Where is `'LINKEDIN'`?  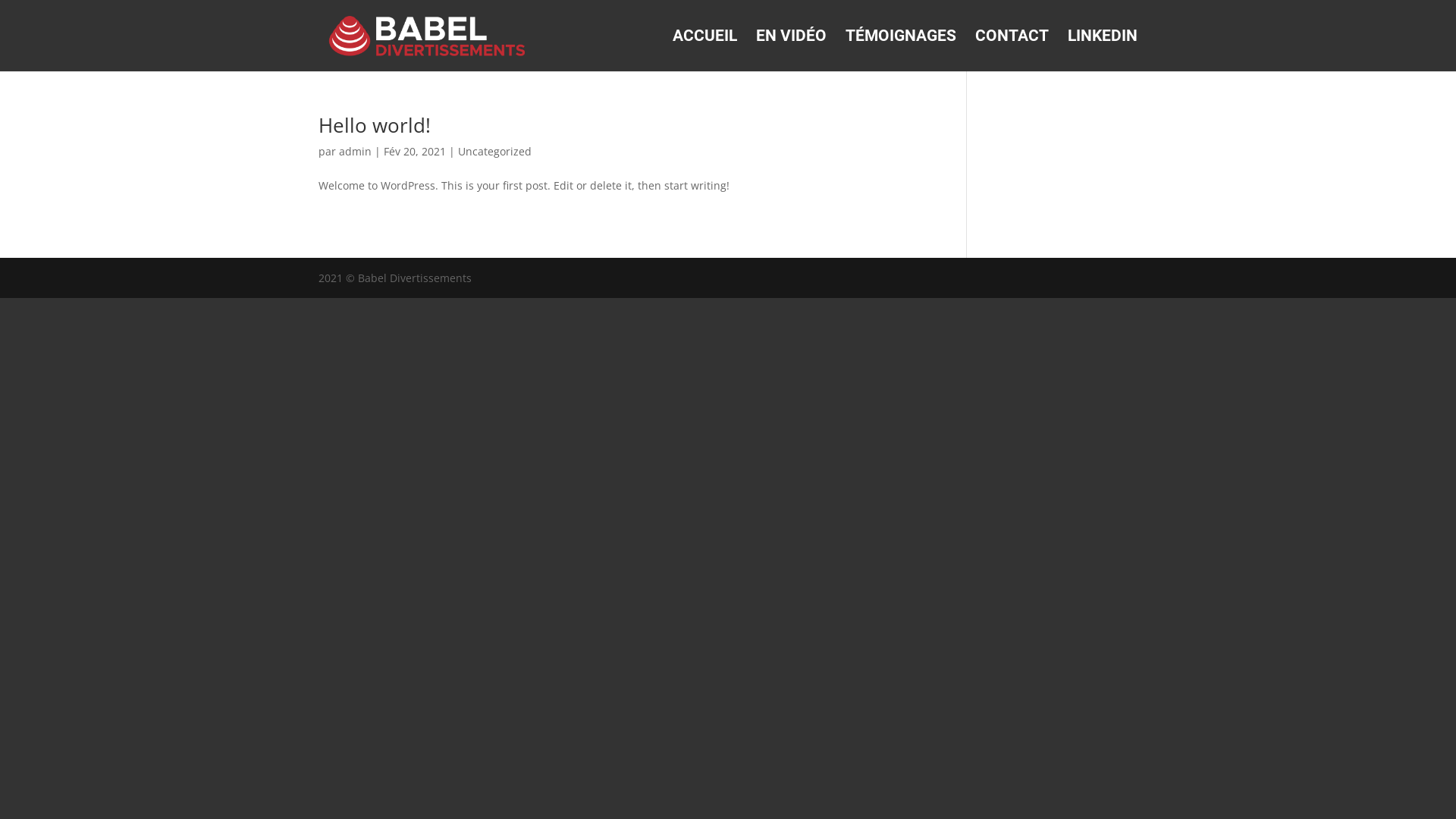 'LINKEDIN' is located at coordinates (1103, 49).